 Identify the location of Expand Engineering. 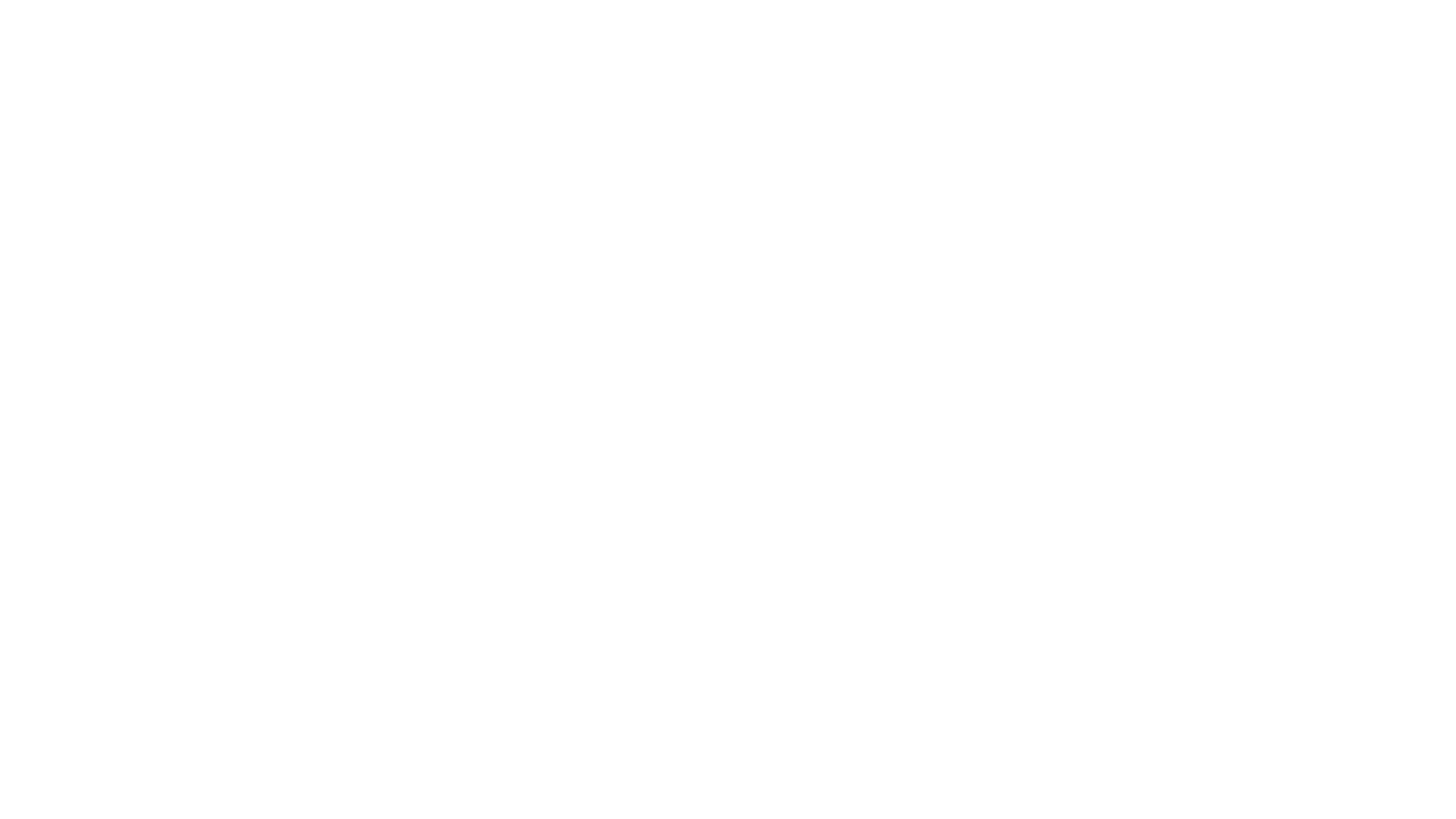
(169, 738).